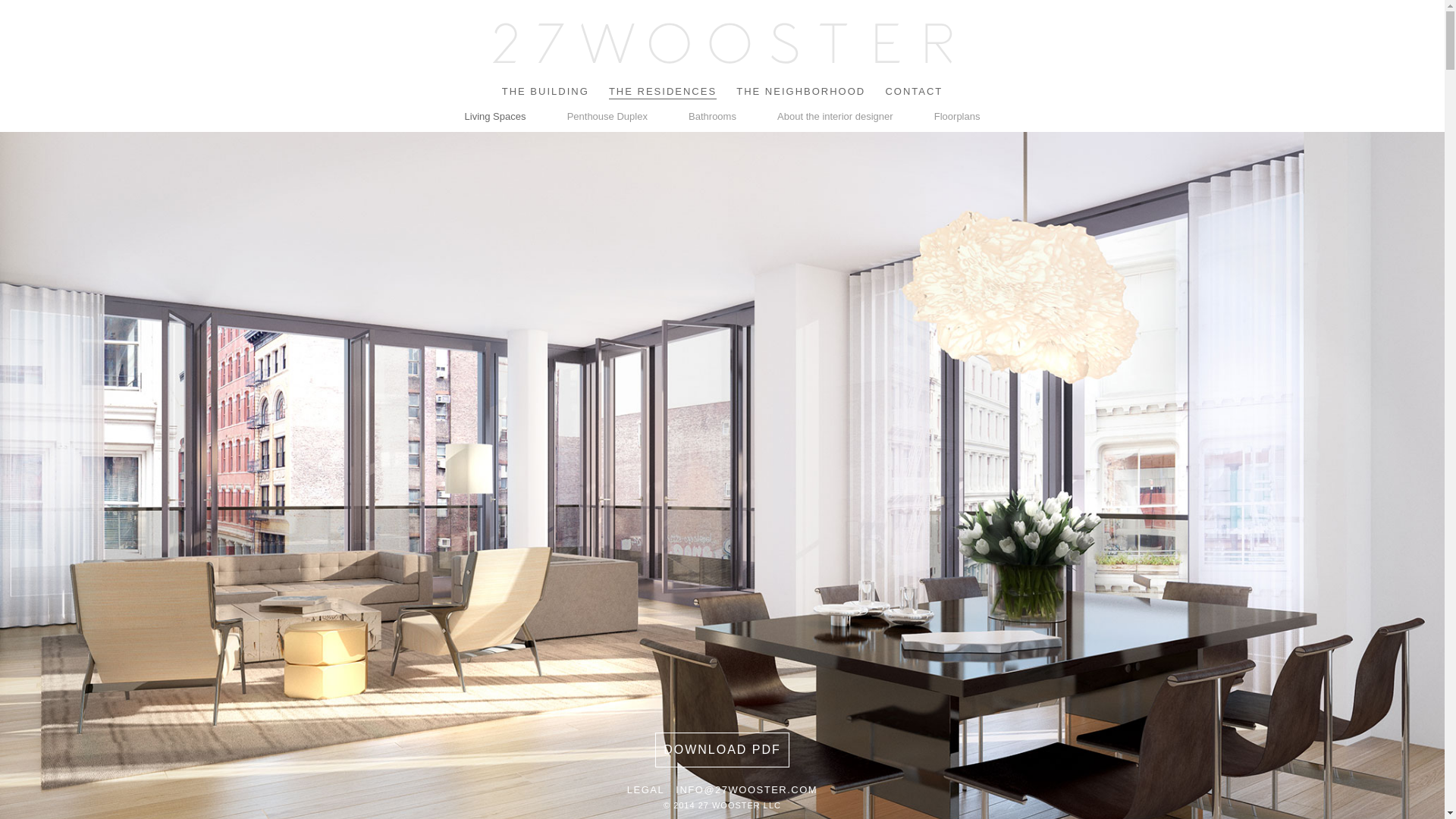  I want to click on 'THE BUILDING', so click(545, 91).